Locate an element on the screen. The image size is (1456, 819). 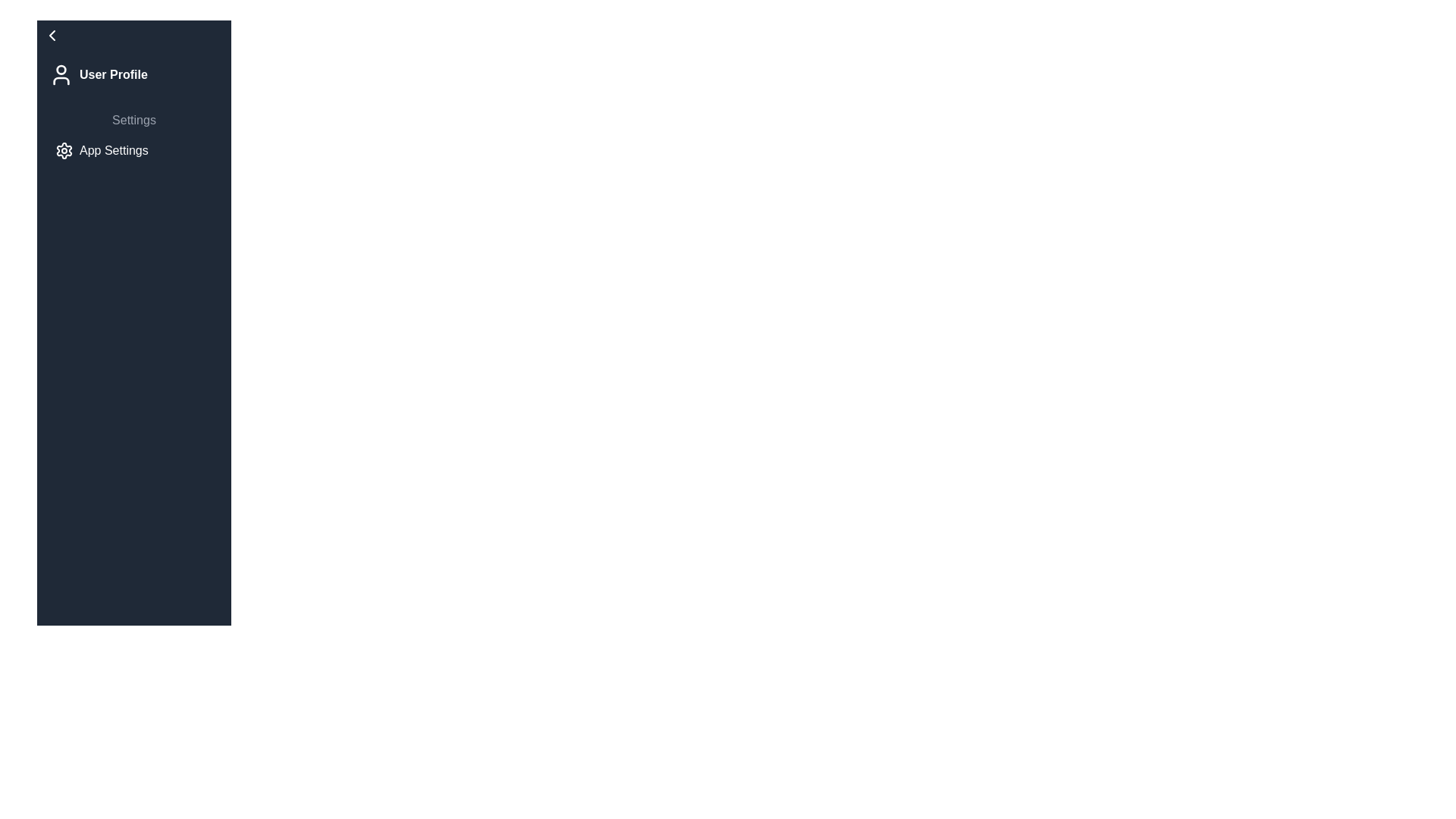
the navigational button located at the top of the vertical list on the left side of the interface is located at coordinates (134, 34).